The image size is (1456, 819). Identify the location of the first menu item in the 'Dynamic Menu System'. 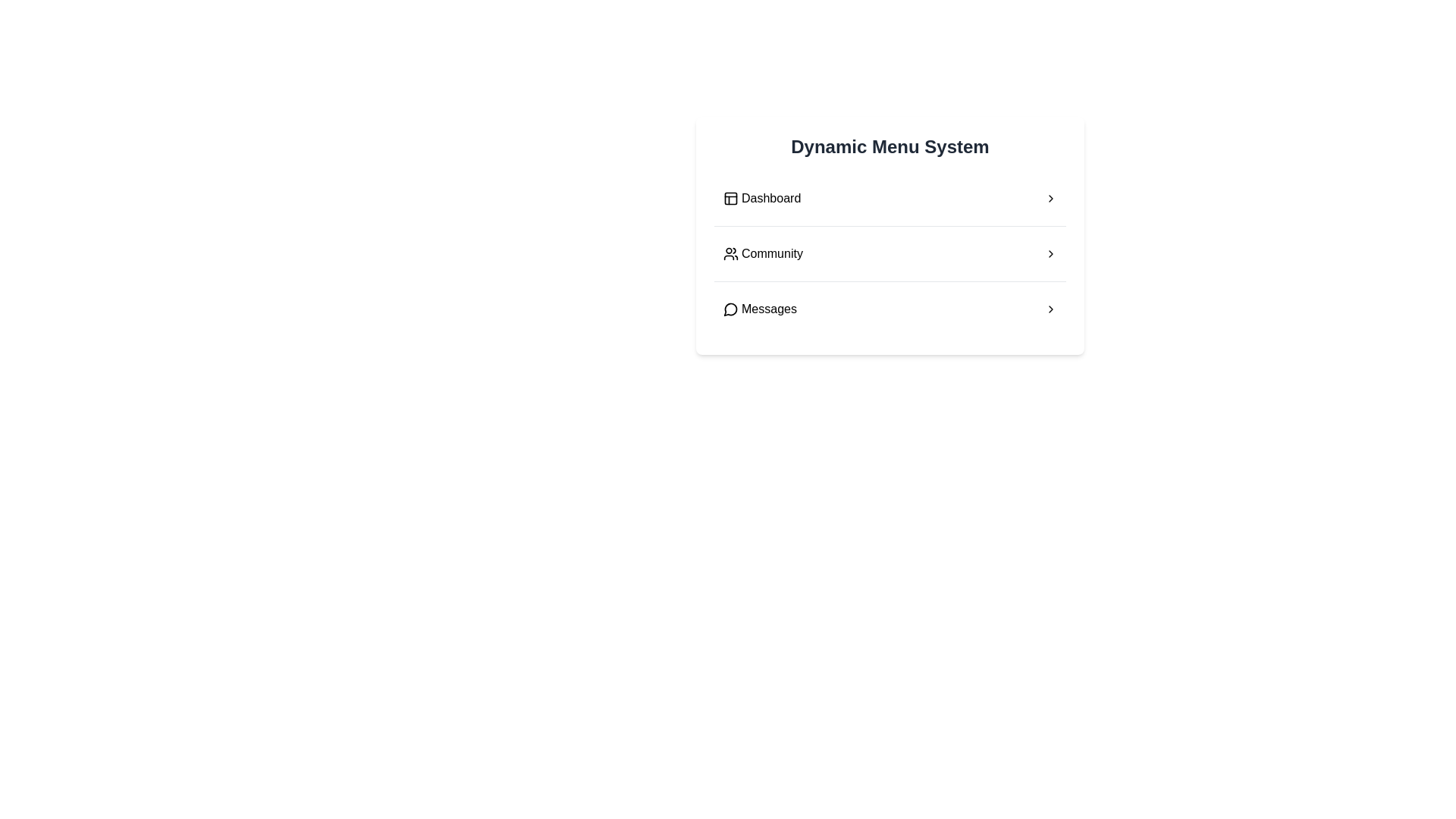
(890, 198).